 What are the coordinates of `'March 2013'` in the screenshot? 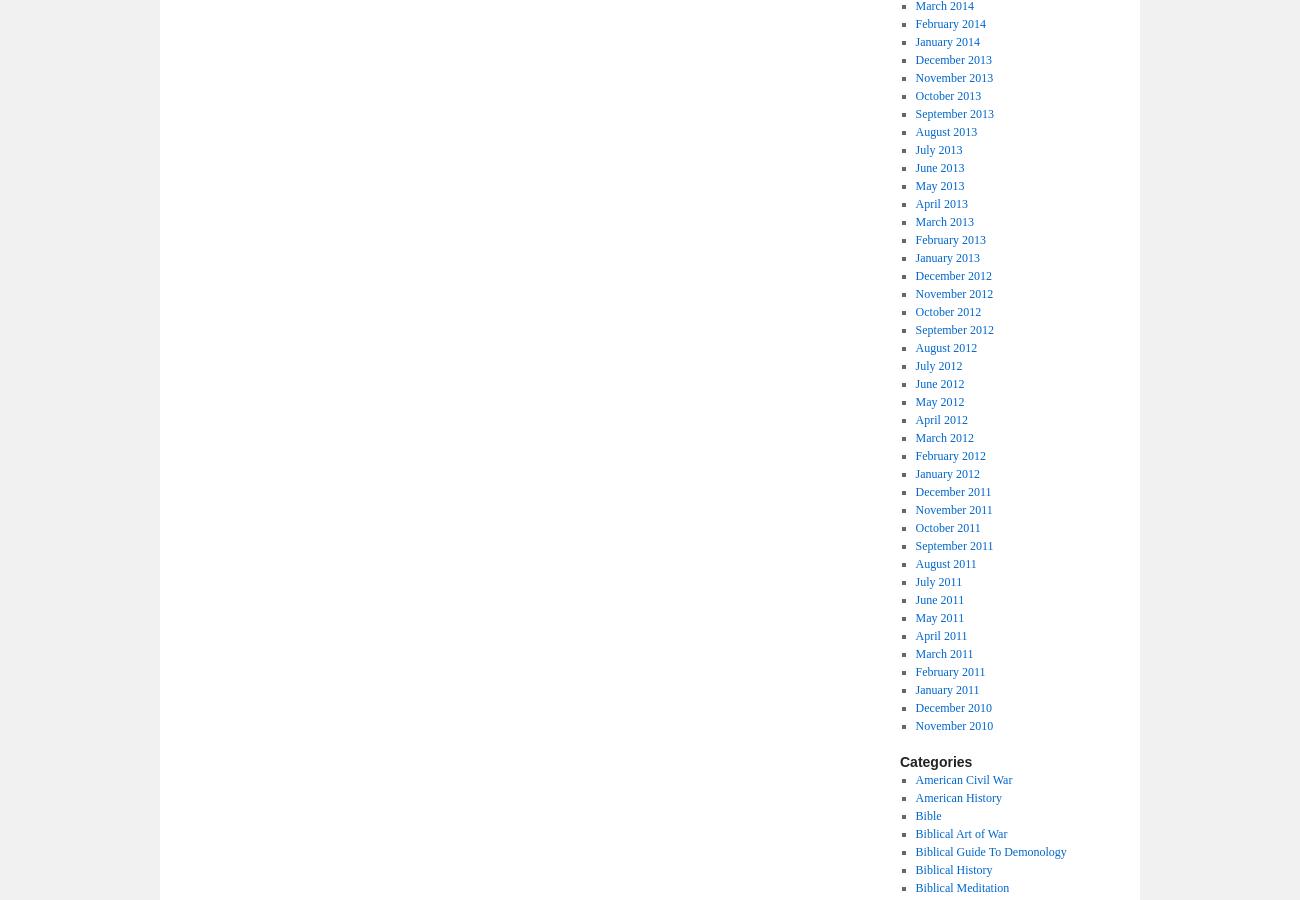 It's located at (913, 222).